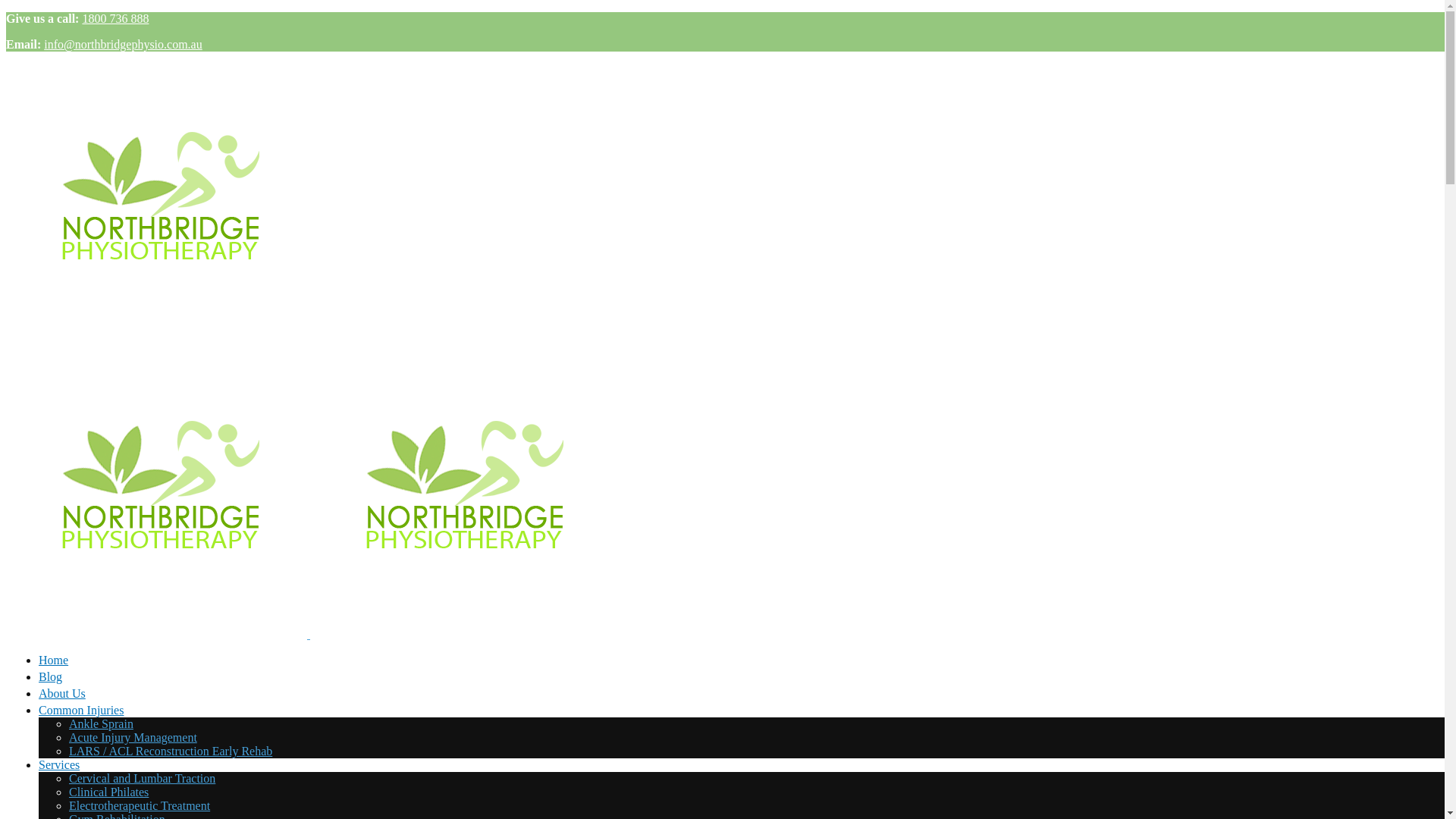  Describe the element at coordinates (39, 764) in the screenshot. I see `'Services'` at that location.